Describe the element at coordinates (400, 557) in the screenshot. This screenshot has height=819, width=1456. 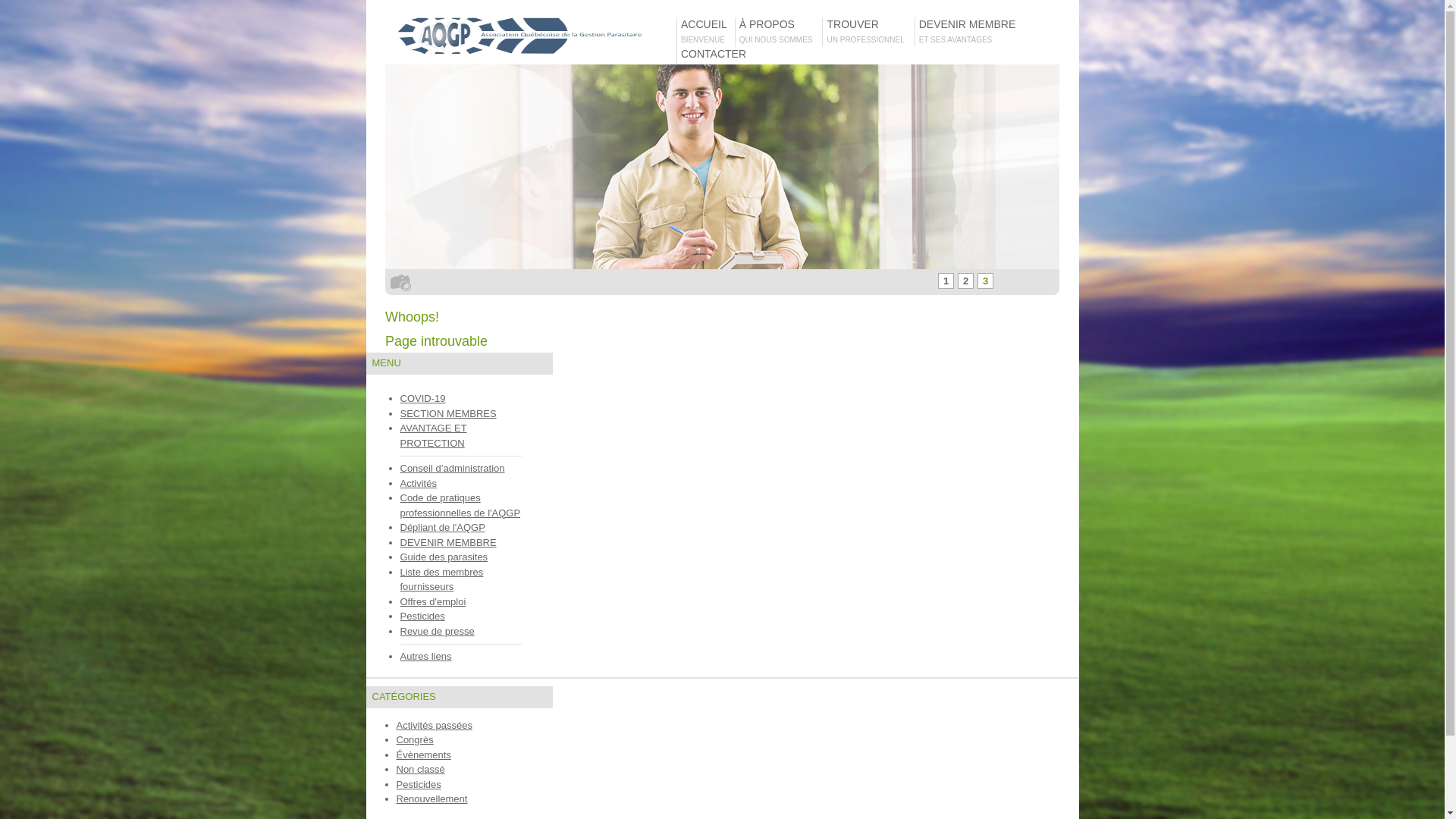
I see `'Guide des parasites'` at that location.